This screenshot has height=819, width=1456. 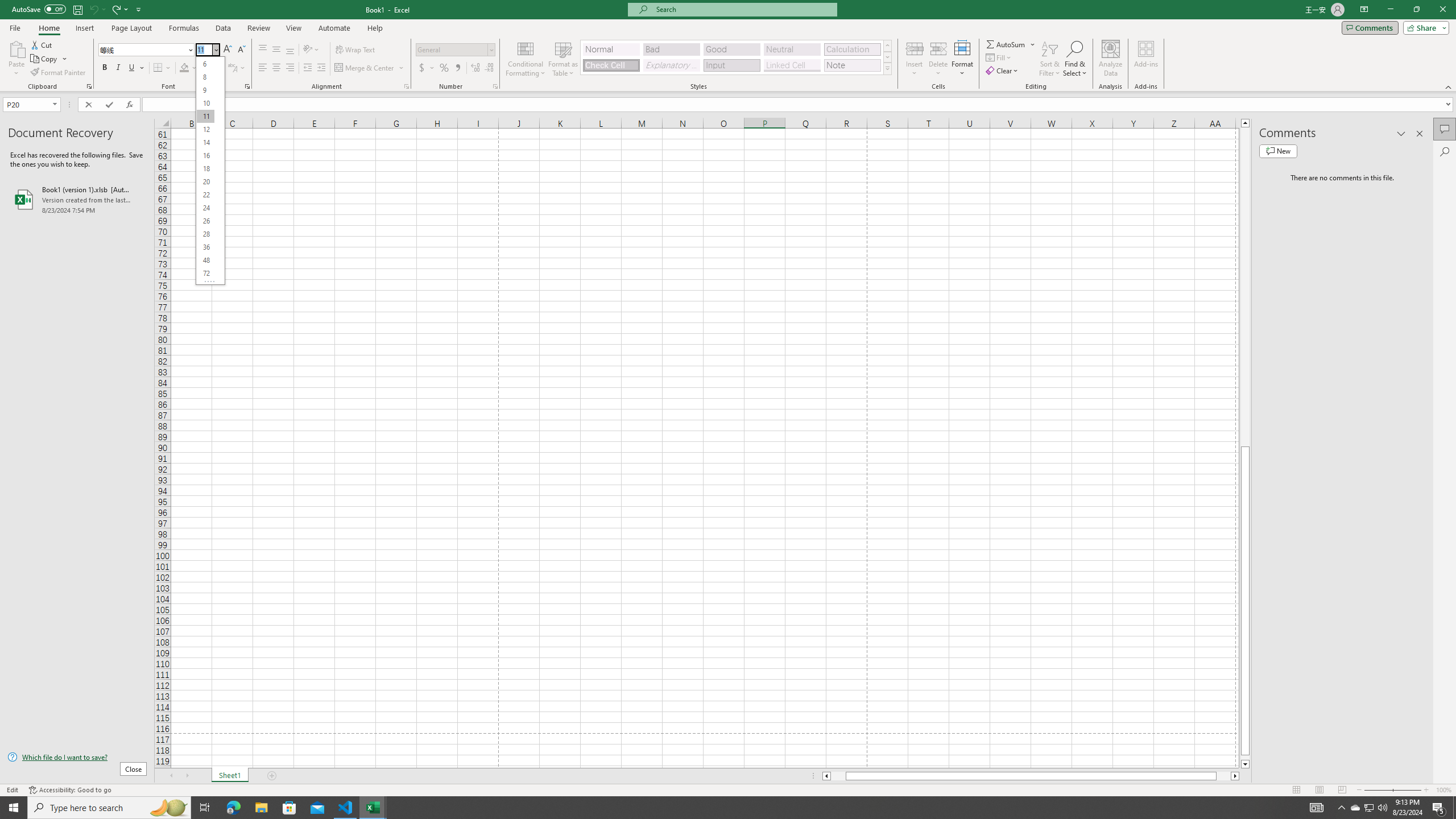 What do you see at coordinates (241, 49) in the screenshot?
I see `'Decrease Font Size'` at bounding box center [241, 49].